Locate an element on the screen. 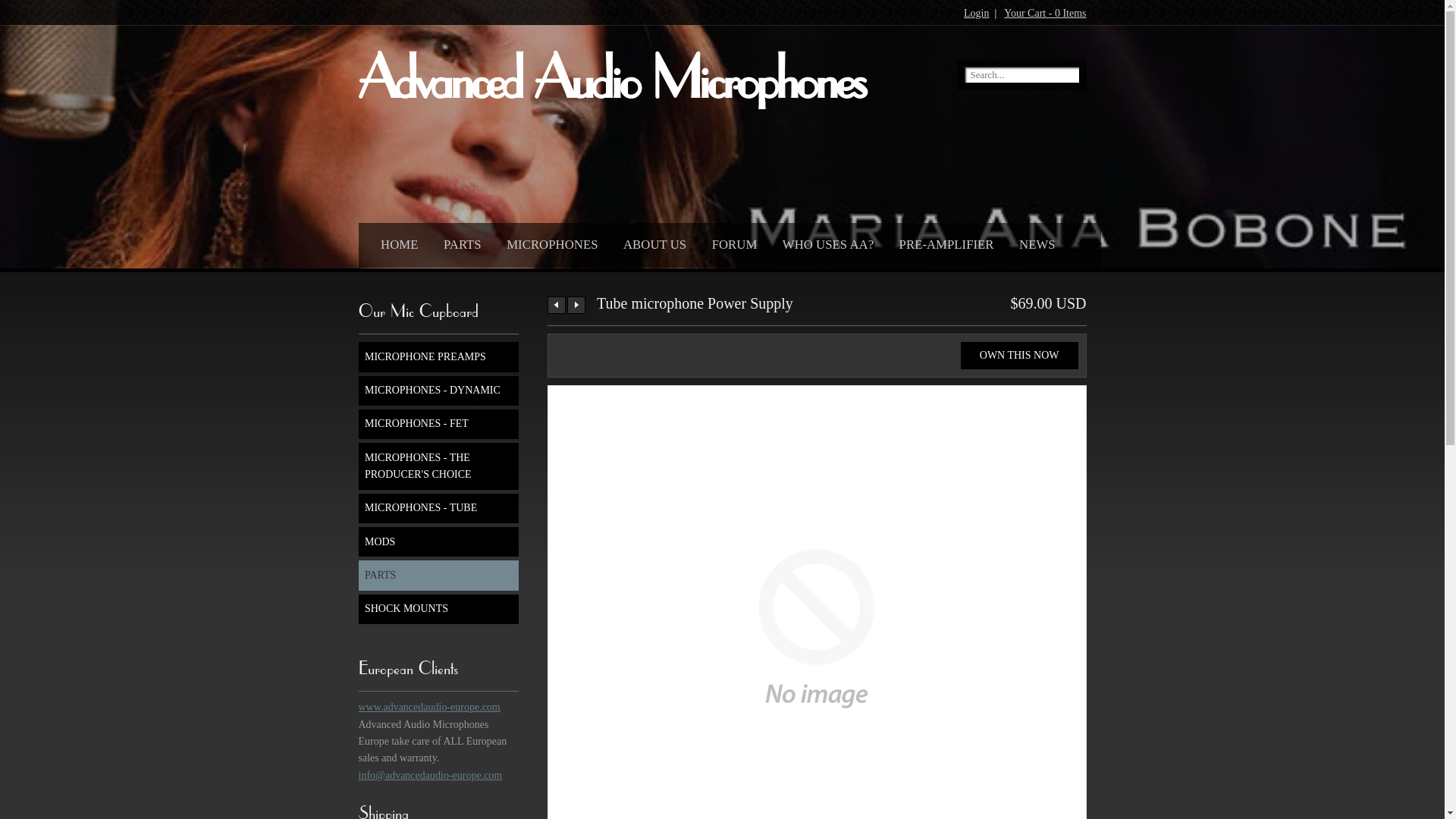 Image resolution: width=1456 pixels, height=819 pixels. 'PARTS' is located at coordinates (437, 575).